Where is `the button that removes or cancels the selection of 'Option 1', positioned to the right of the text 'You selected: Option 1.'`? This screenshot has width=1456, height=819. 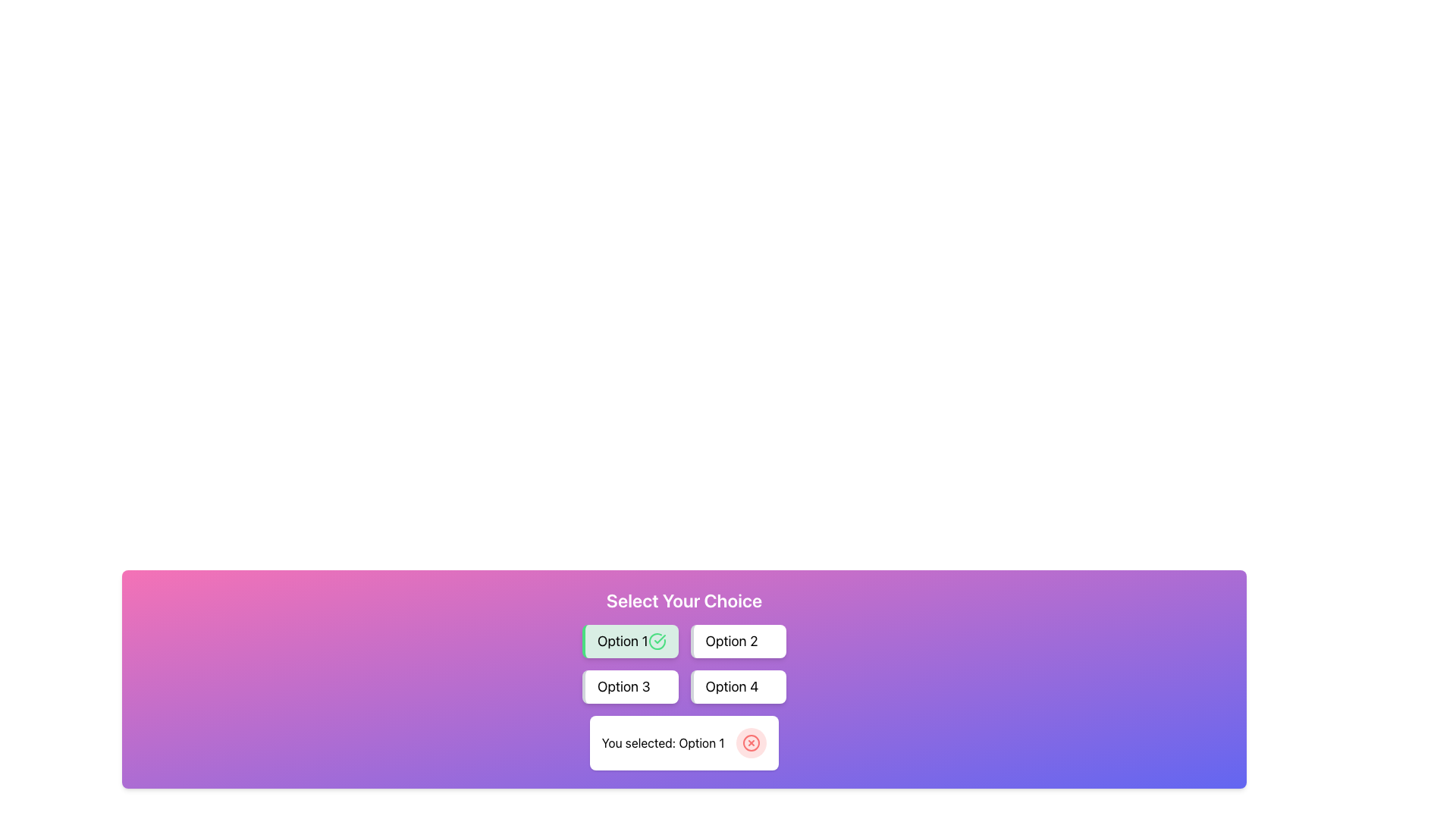 the button that removes or cancels the selection of 'Option 1', positioned to the right of the text 'You selected: Option 1.' is located at coordinates (752, 742).